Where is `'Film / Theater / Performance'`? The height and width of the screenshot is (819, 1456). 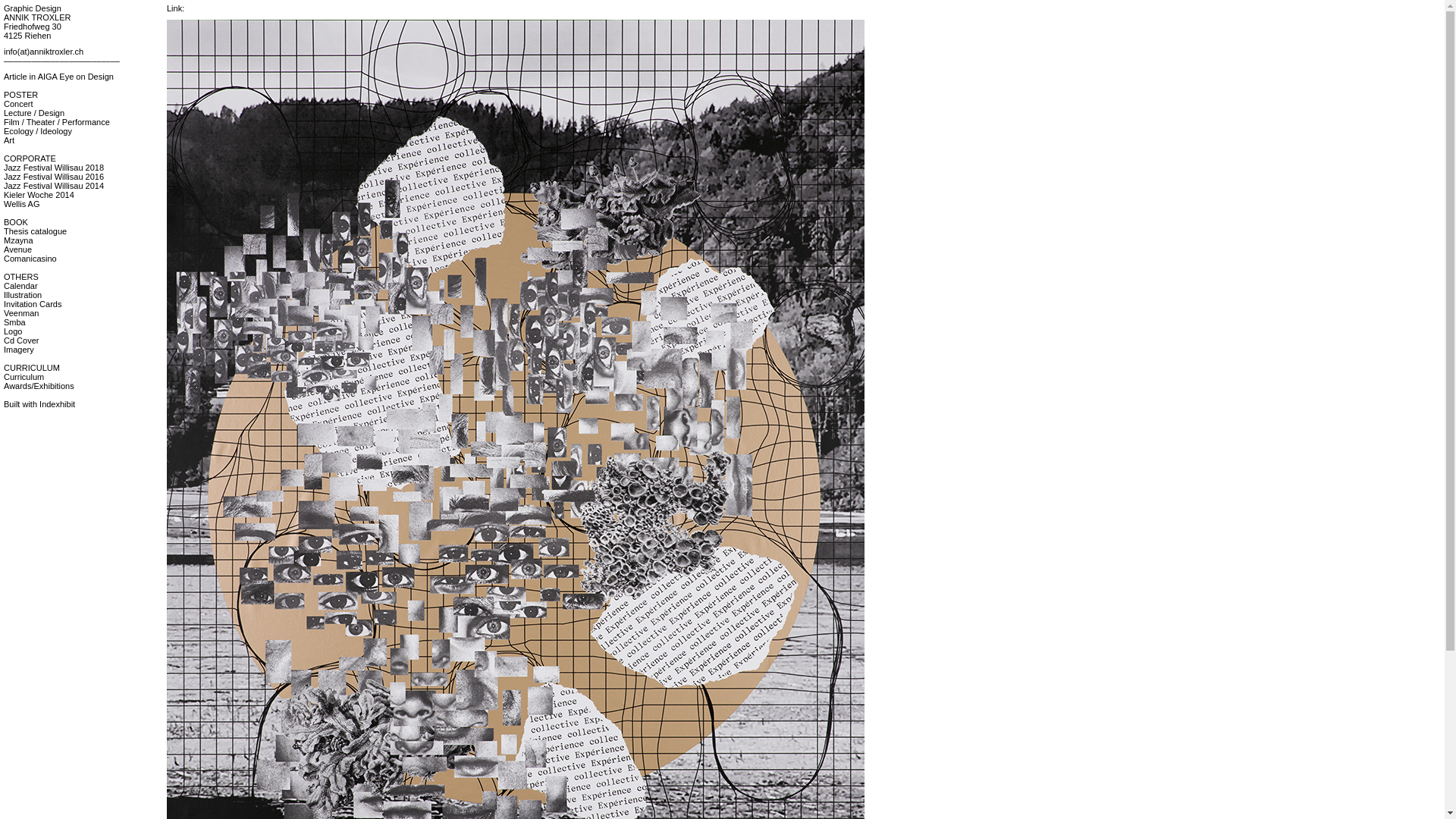 'Film / Theater / Performance' is located at coordinates (3, 121).